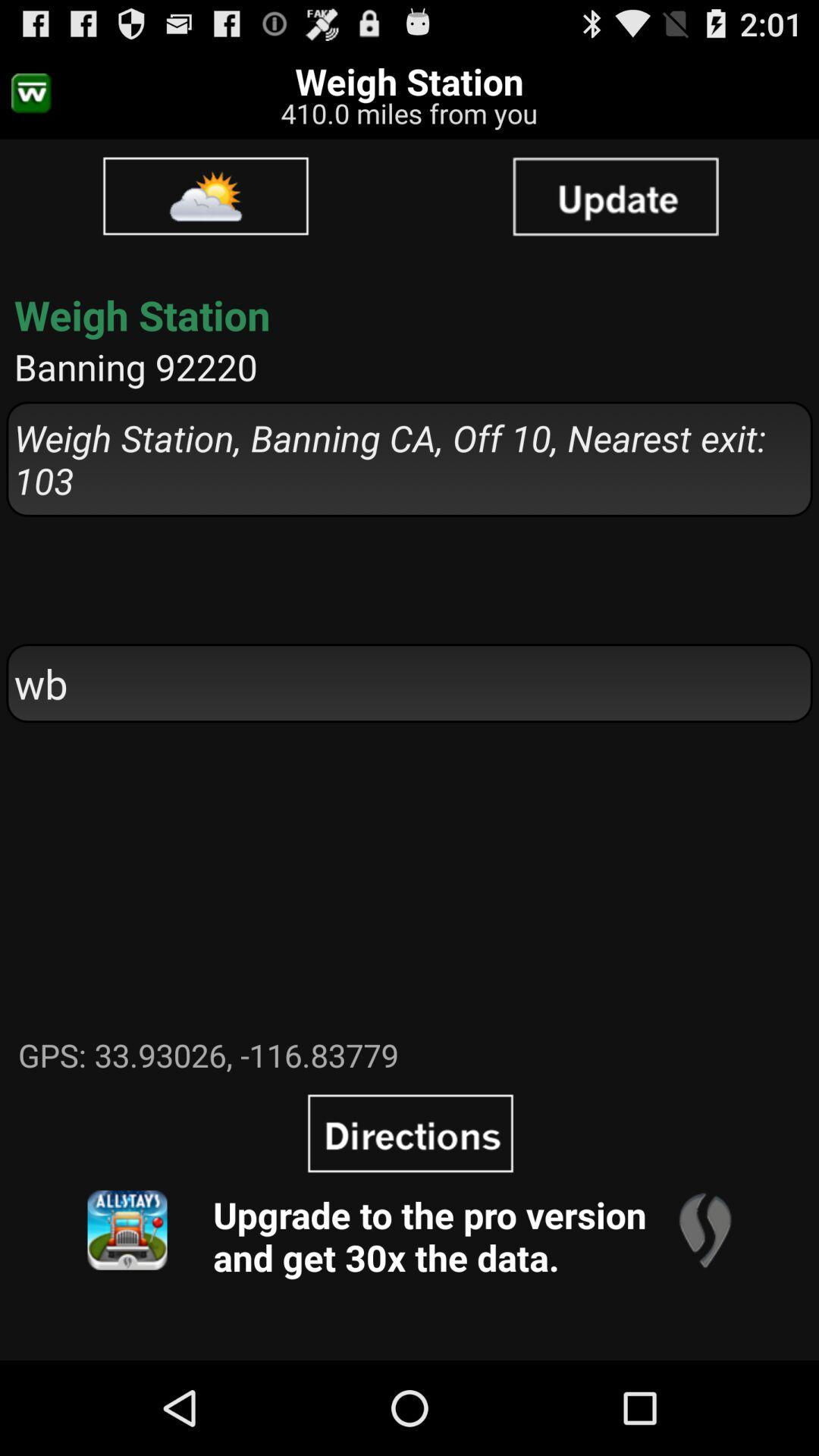 The image size is (819, 1456). I want to click on item at the top right corner, so click(615, 195).